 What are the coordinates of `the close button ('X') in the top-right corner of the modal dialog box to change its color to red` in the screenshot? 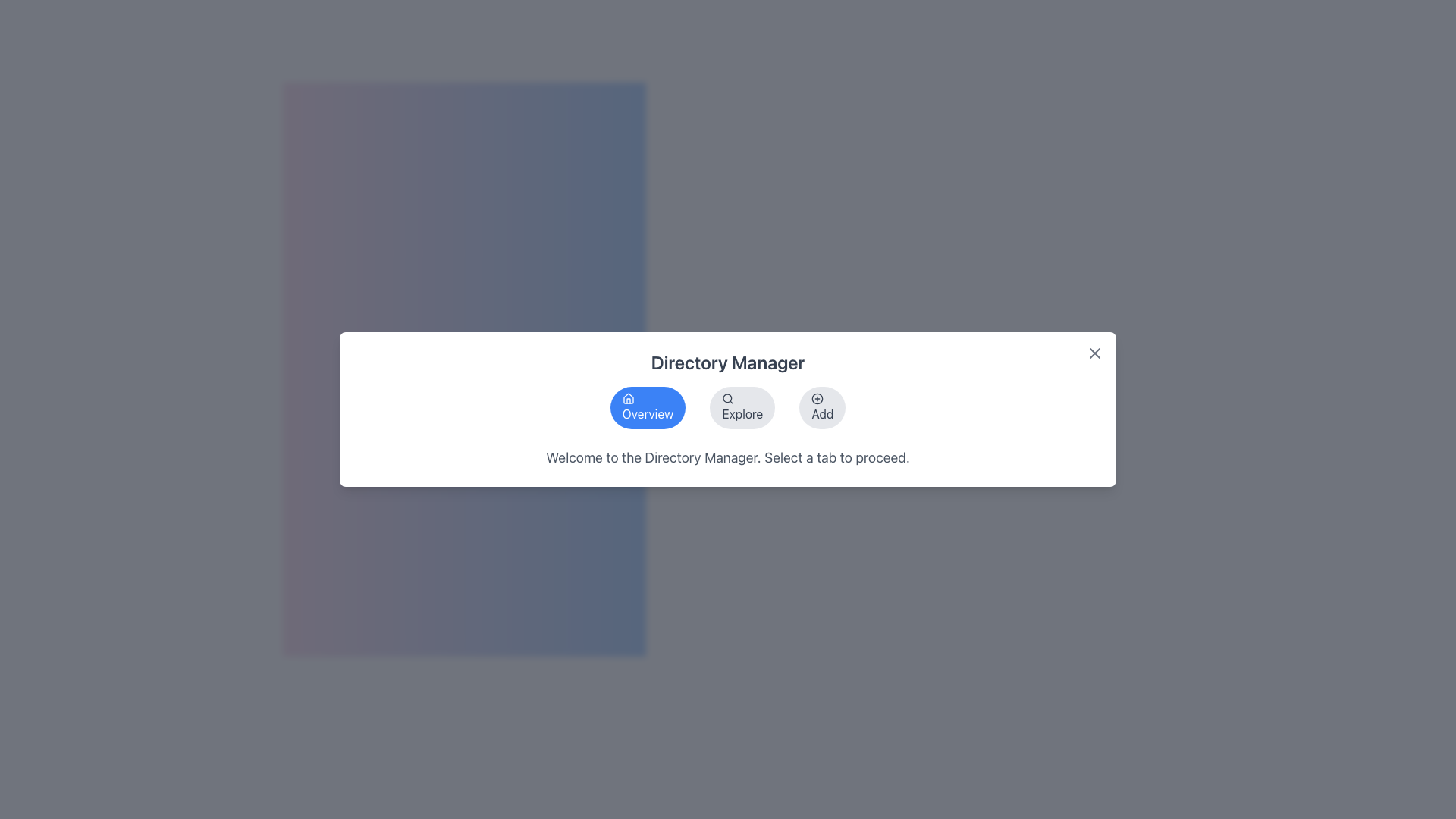 It's located at (1095, 353).